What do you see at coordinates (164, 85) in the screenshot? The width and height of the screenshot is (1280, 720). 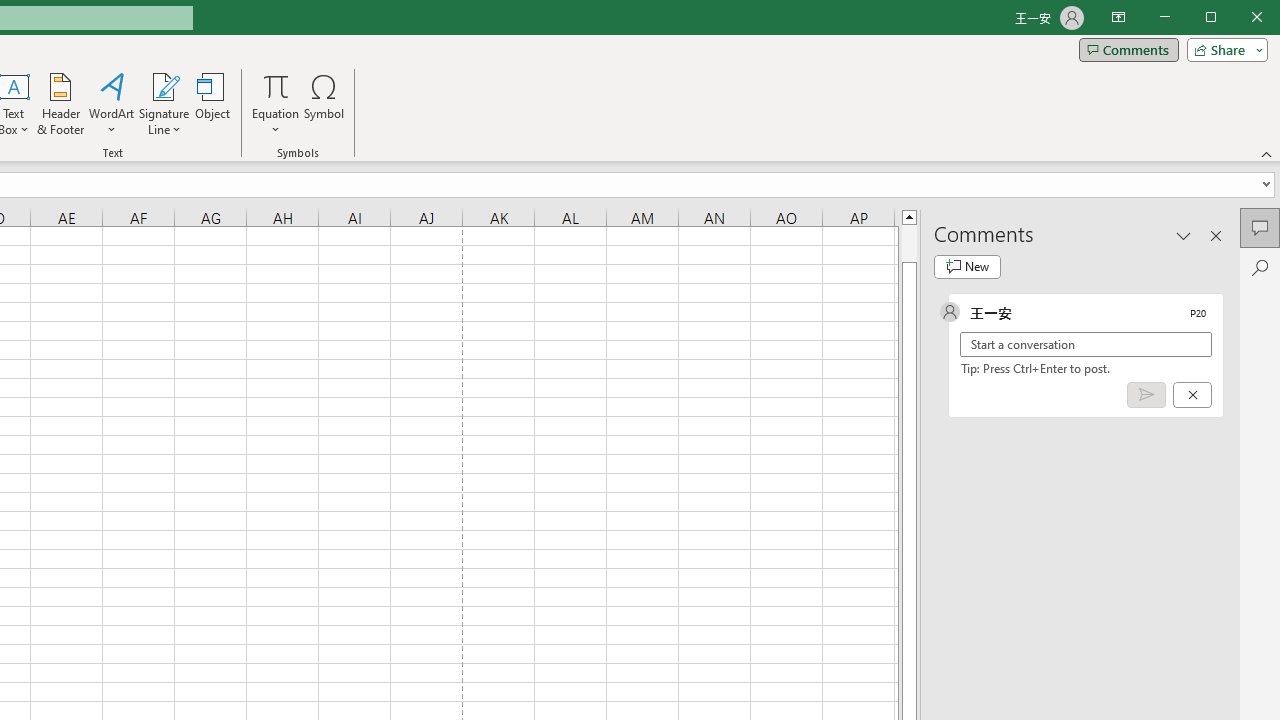 I see `'Signature Line'` at bounding box center [164, 85].